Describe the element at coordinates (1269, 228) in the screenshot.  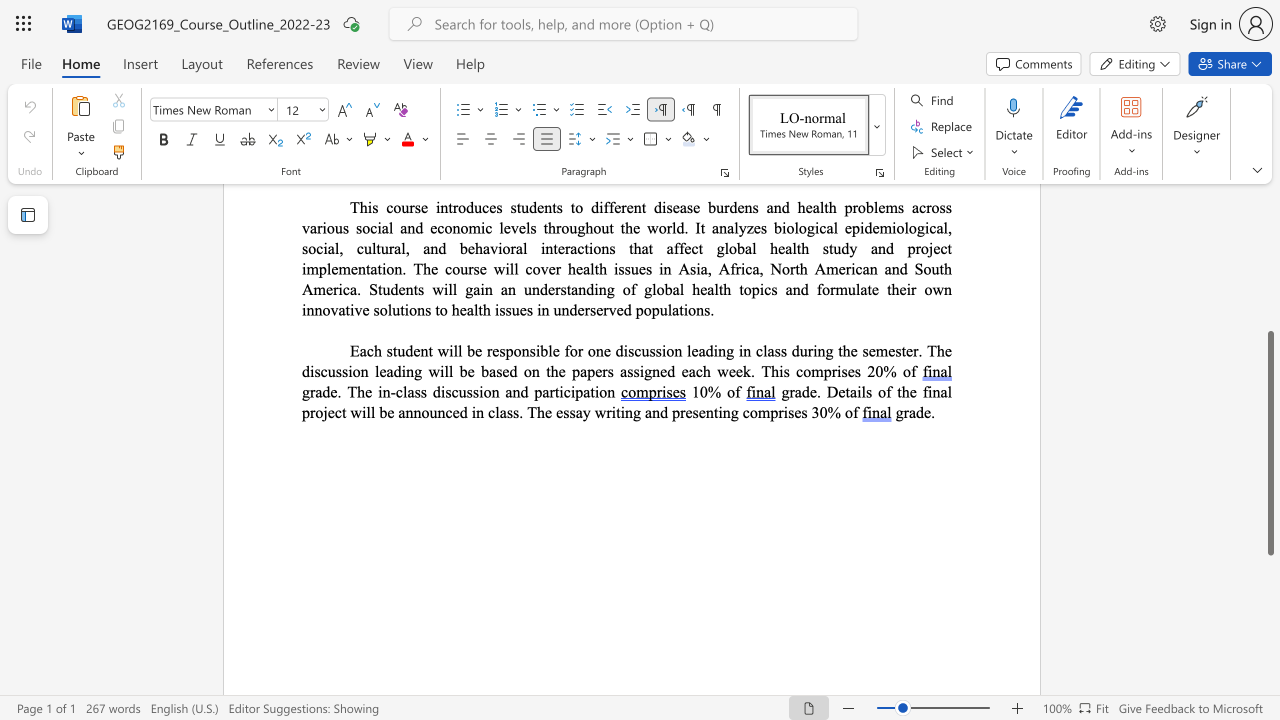
I see `the scrollbar on the right to shift the page higher` at that location.